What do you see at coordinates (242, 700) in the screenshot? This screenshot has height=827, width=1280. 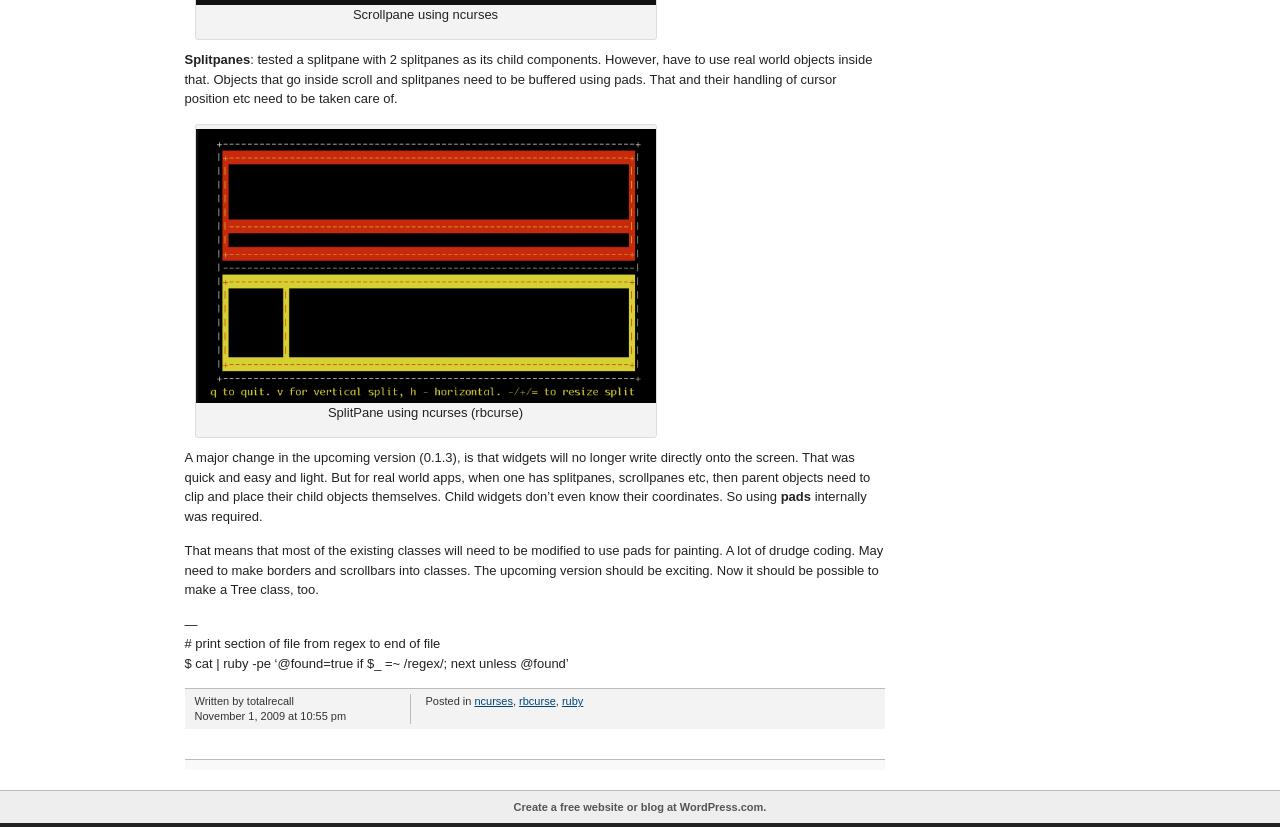 I see `'Written by totalrecall'` at bounding box center [242, 700].